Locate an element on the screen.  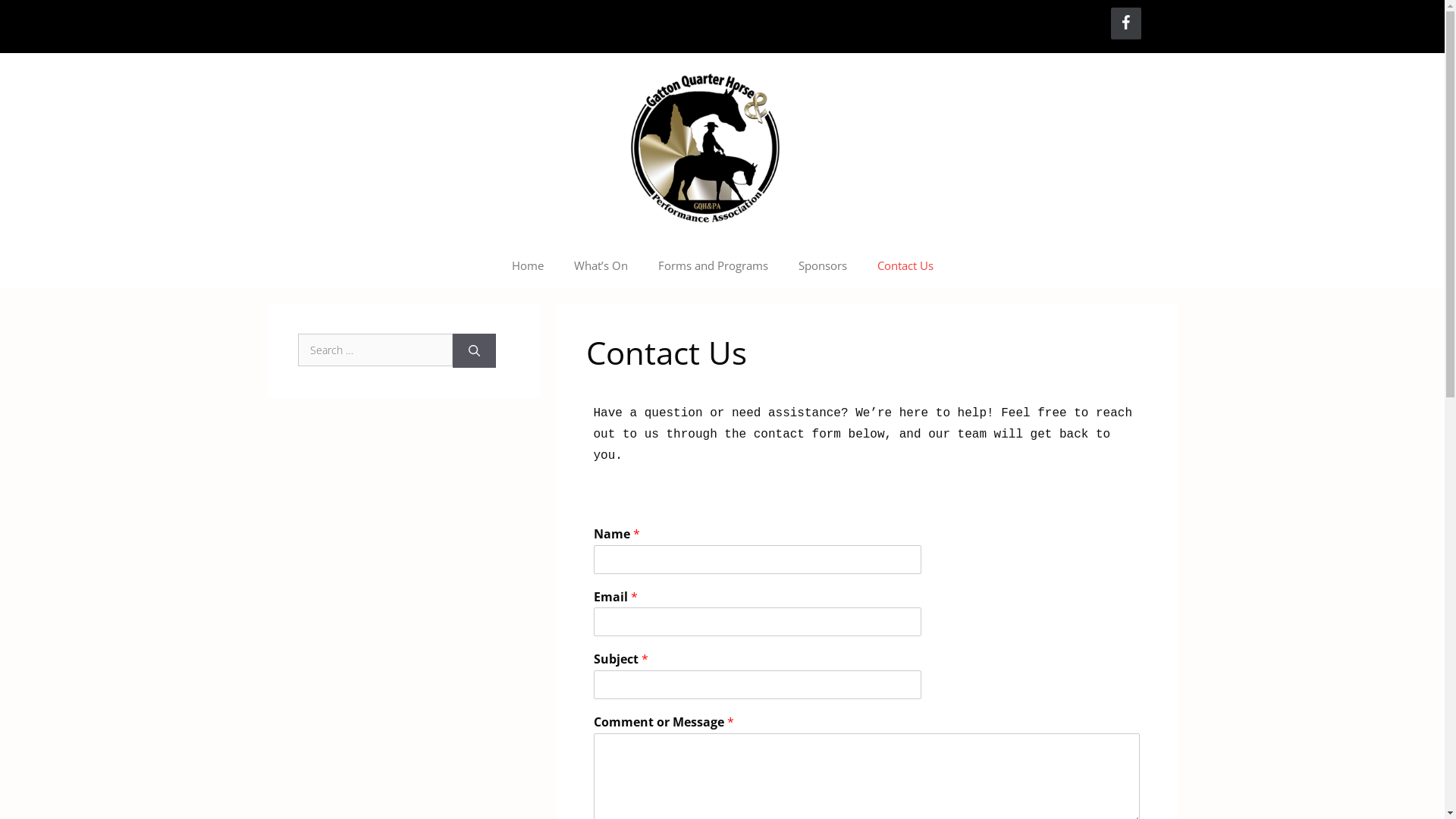
'Search for:' is located at coordinates (375, 350).